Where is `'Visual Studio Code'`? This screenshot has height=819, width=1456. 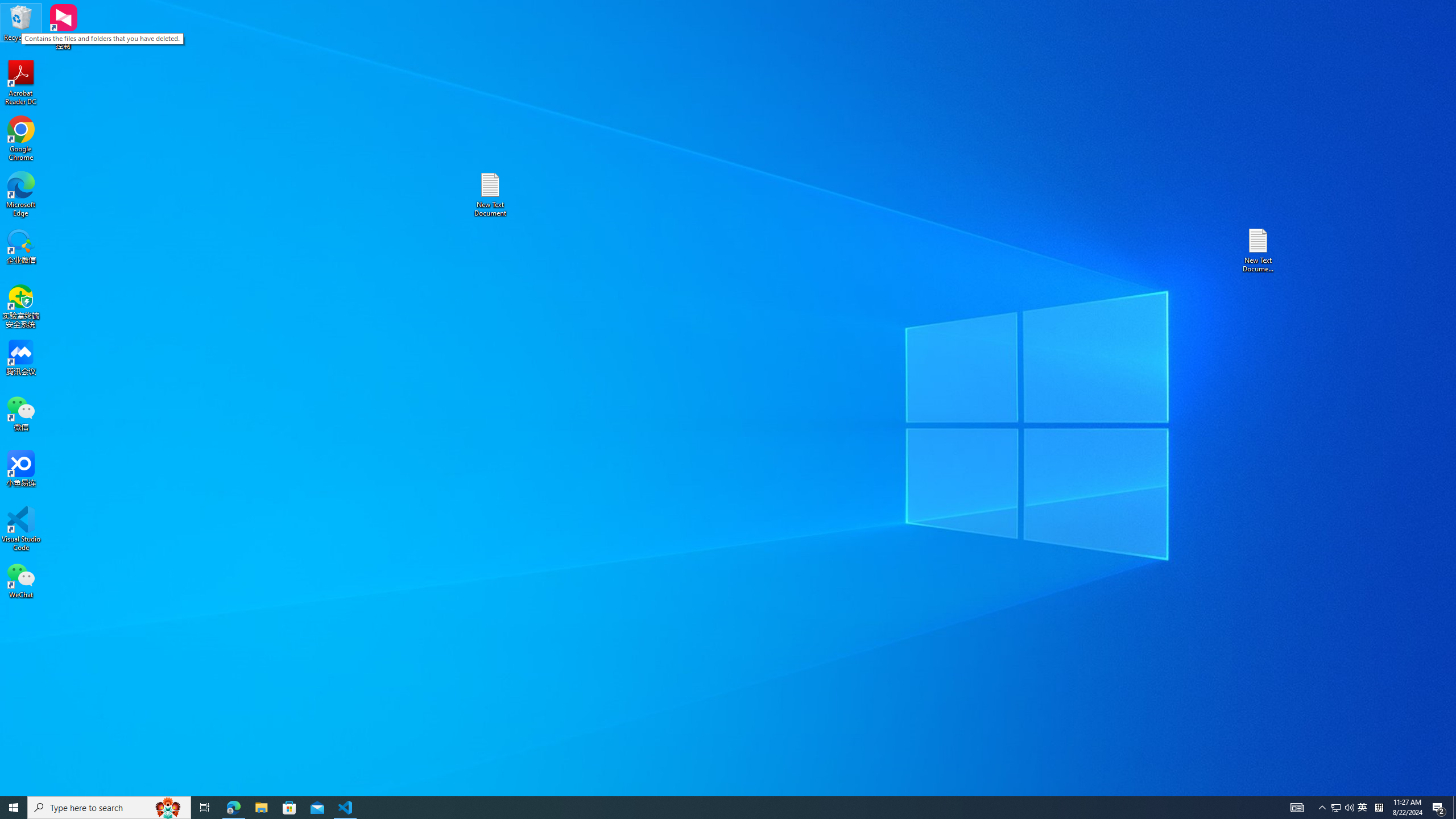 'Visual Studio Code' is located at coordinates (20, 528).